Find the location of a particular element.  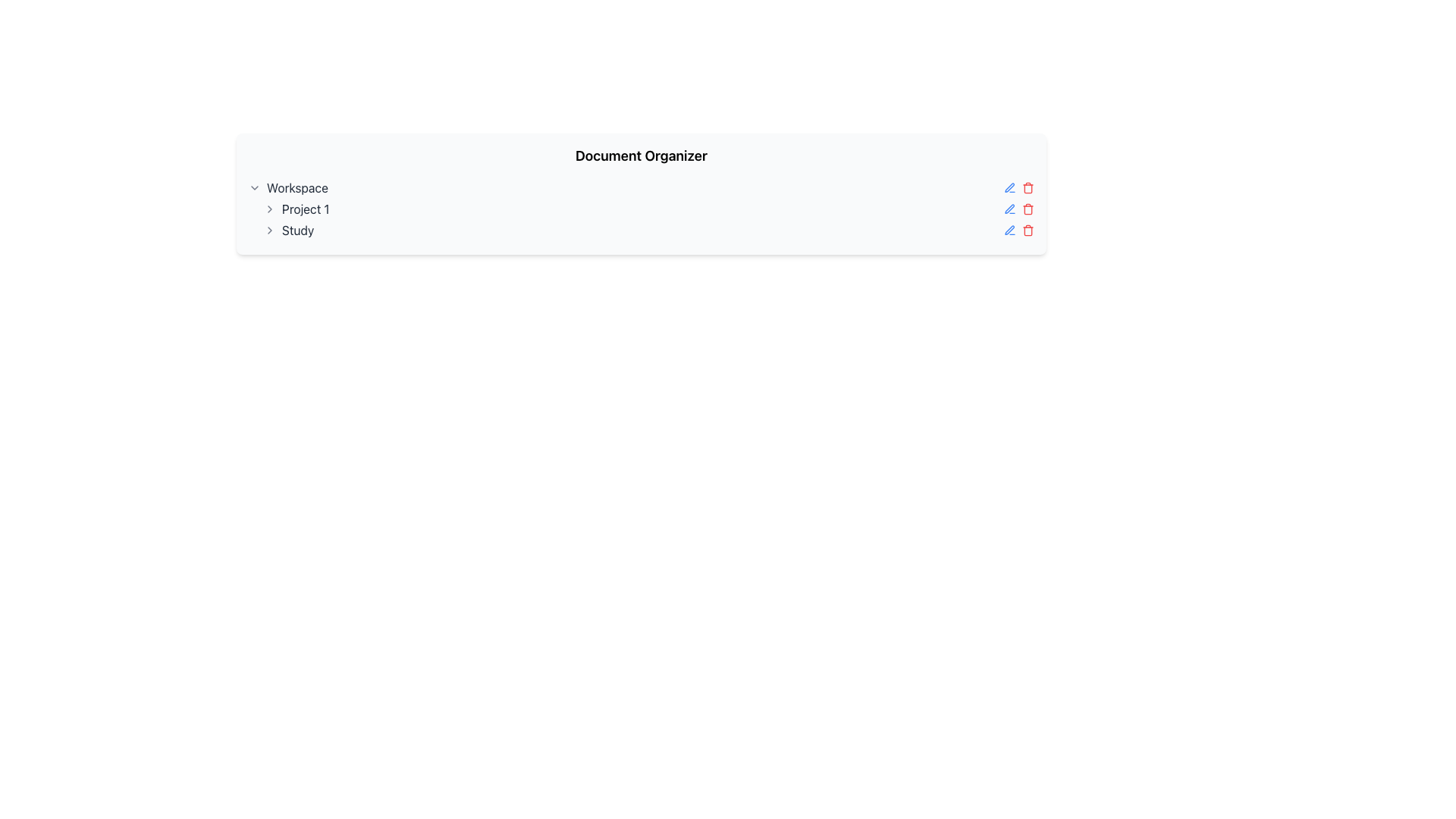

the trash bin icon button is located at coordinates (1028, 209).